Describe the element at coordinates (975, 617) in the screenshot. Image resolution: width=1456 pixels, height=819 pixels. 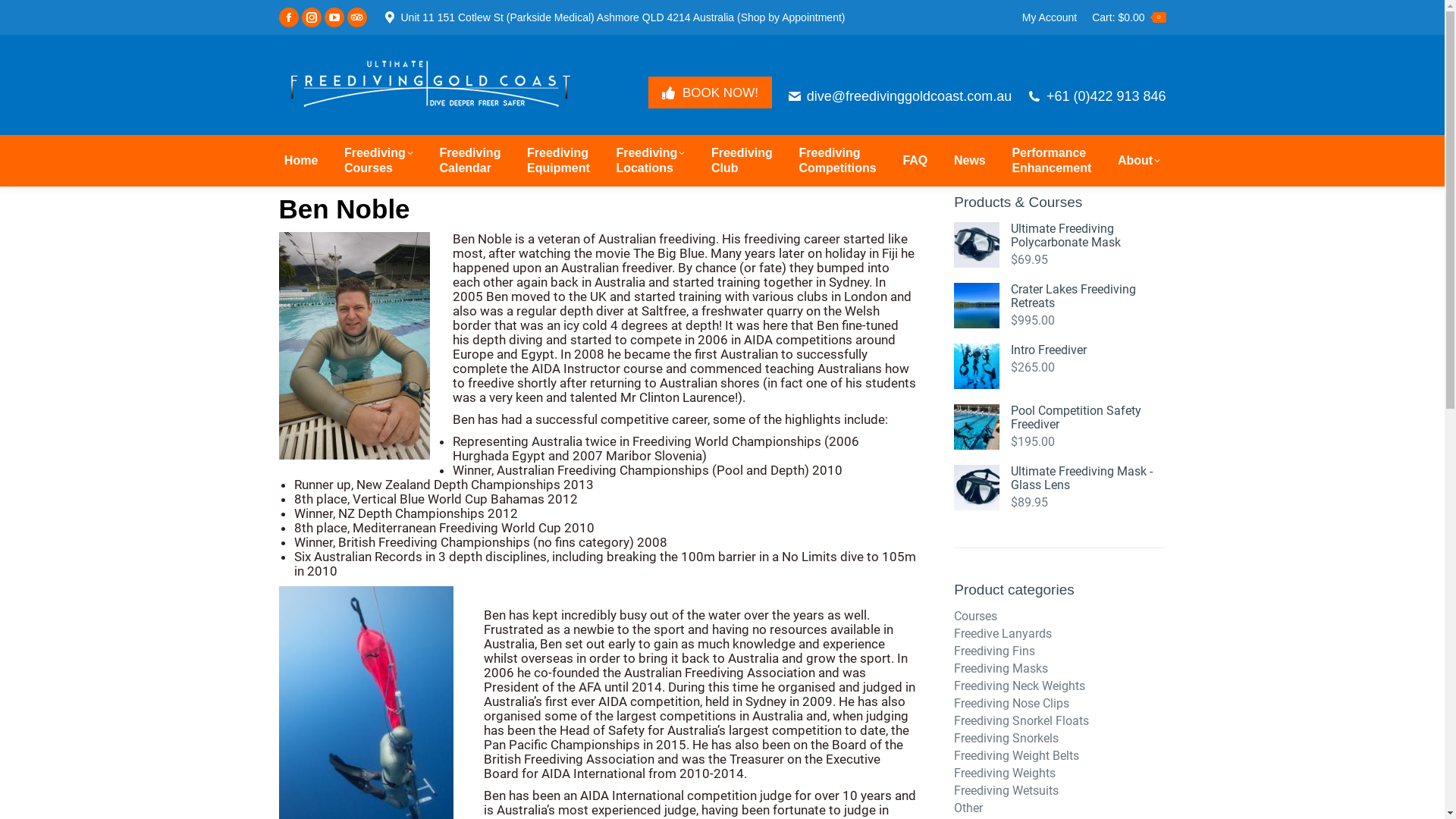
I see `'Courses'` at that location.